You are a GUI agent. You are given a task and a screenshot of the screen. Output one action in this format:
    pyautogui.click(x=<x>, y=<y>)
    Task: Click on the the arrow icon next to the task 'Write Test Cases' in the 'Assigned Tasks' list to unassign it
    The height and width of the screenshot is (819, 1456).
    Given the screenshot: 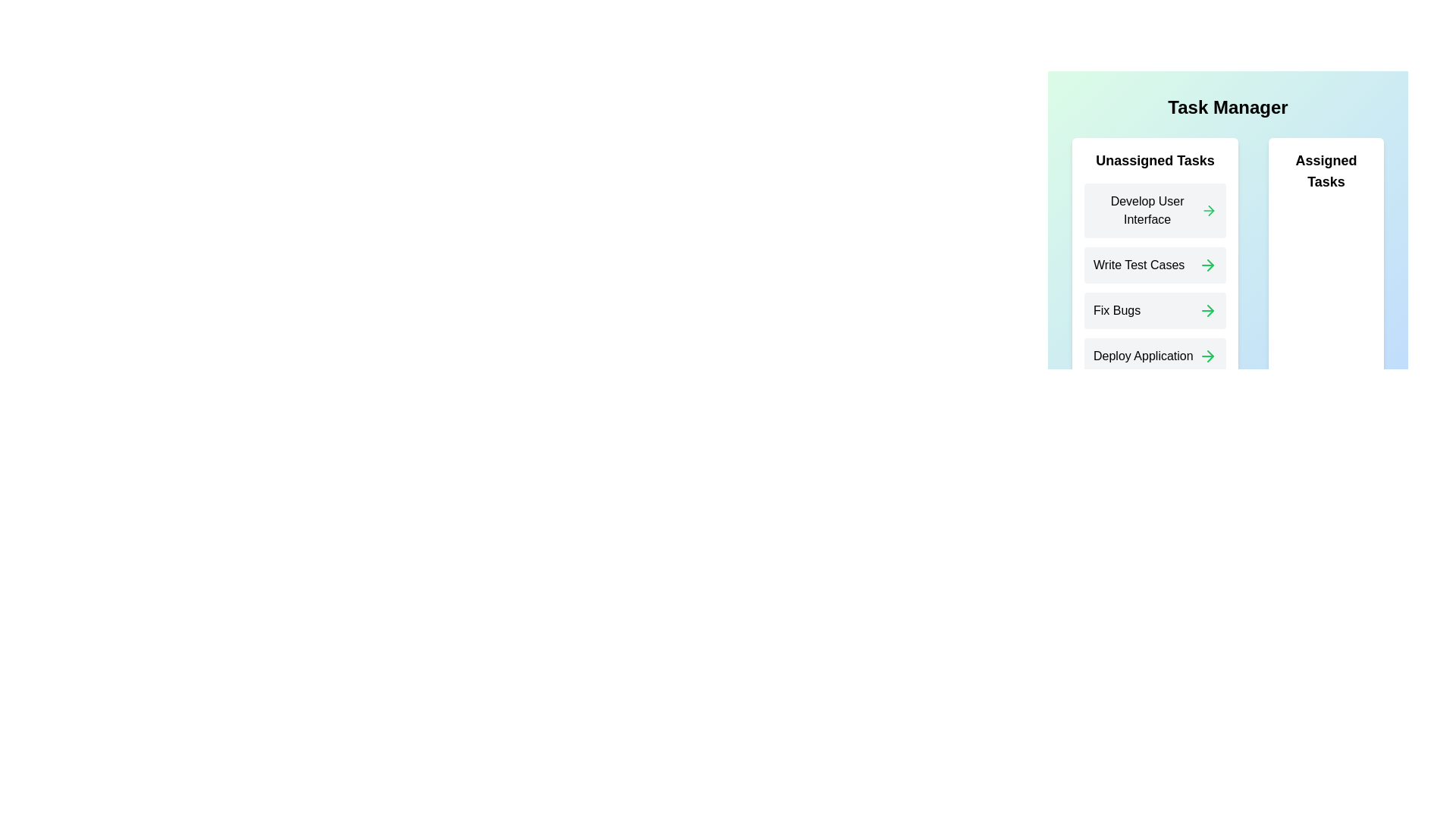 What is the action you would take?
    pyautogui.click(x=1207, y=265)
    